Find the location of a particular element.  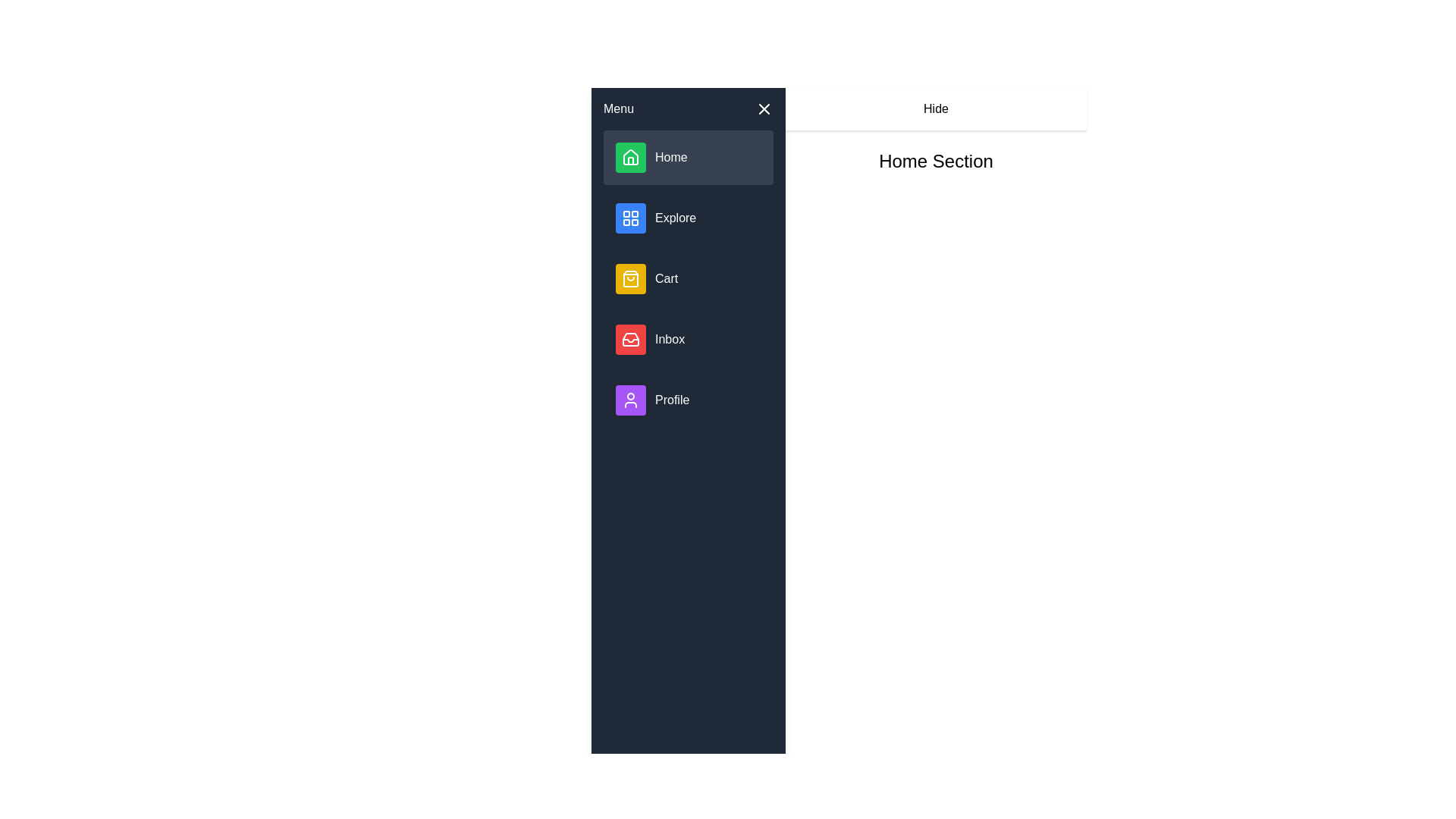

the inbox icon located as the fourth item in the vertical menu on the left side of the interface is located at coordinates (630, 338).